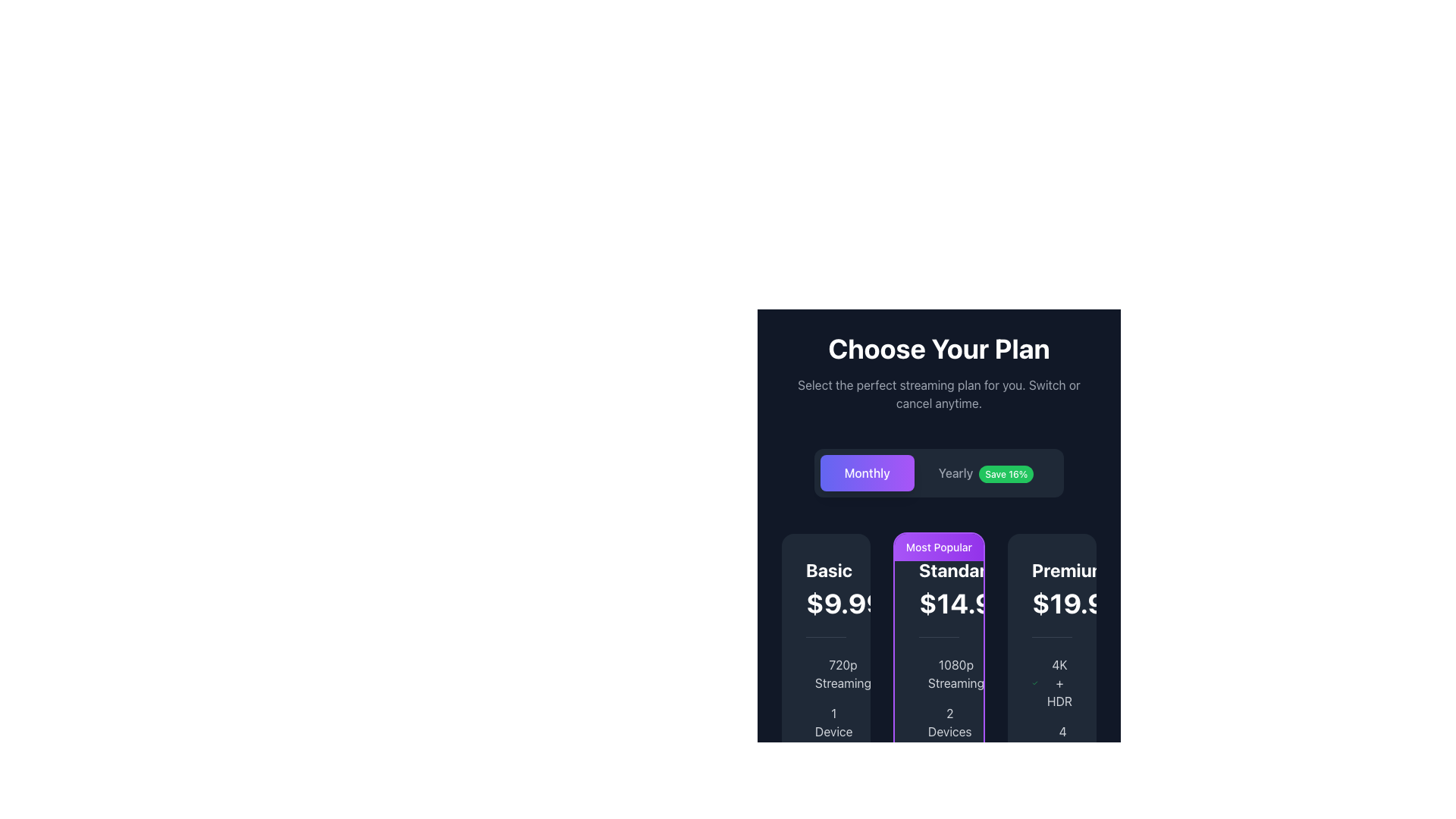 The height and width of the screenshot is (819, 1456). What do you see at coordinates (1051, 683) in the screenshot?
I see `the '4K + HDR' text and checkmark icon combination in the Premium pricing column, positioned at the topmost feature list item` at bounding box center [1051, 683].